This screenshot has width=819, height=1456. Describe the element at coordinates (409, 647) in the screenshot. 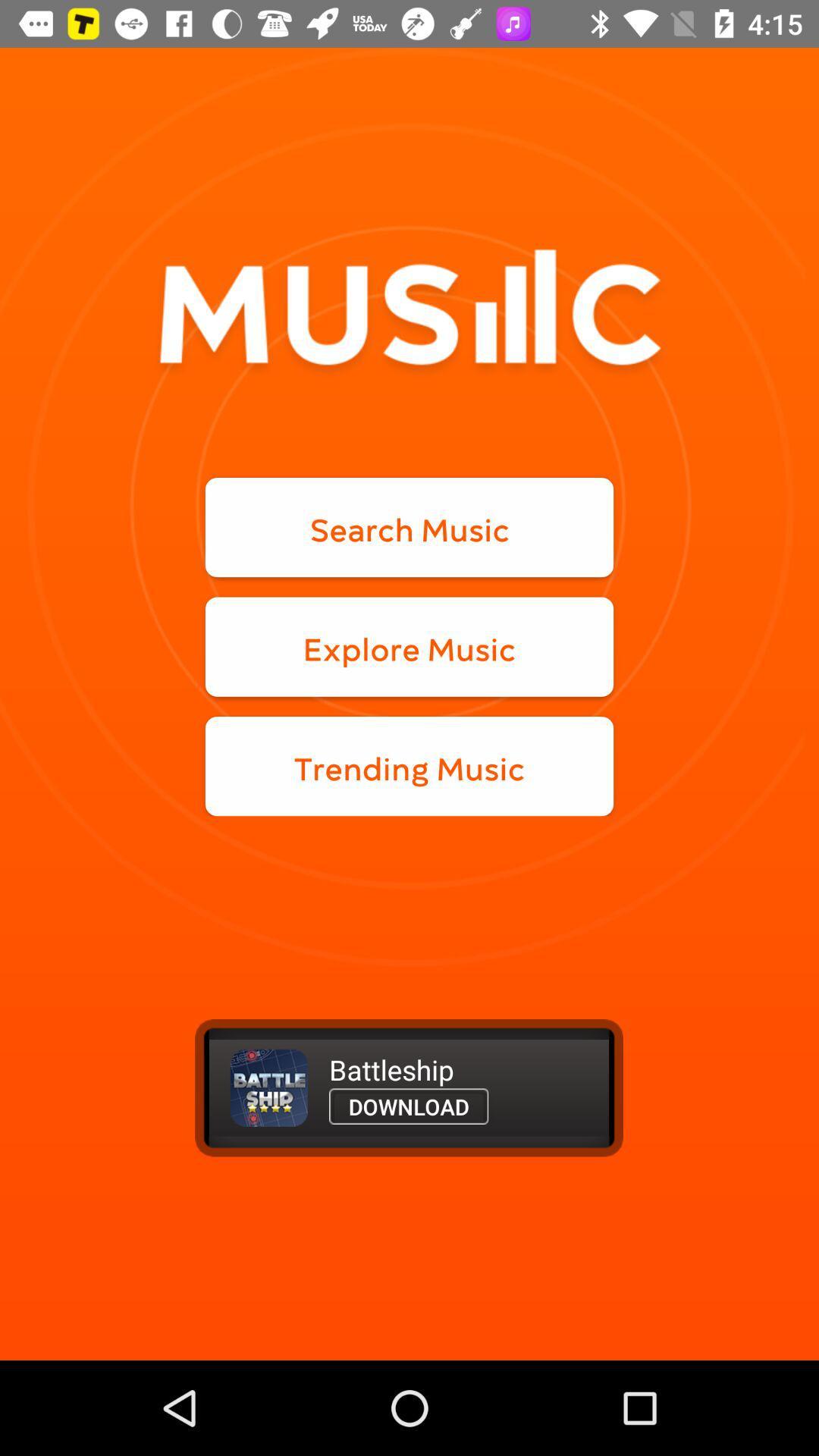

I see `the item below search music item` at that location.